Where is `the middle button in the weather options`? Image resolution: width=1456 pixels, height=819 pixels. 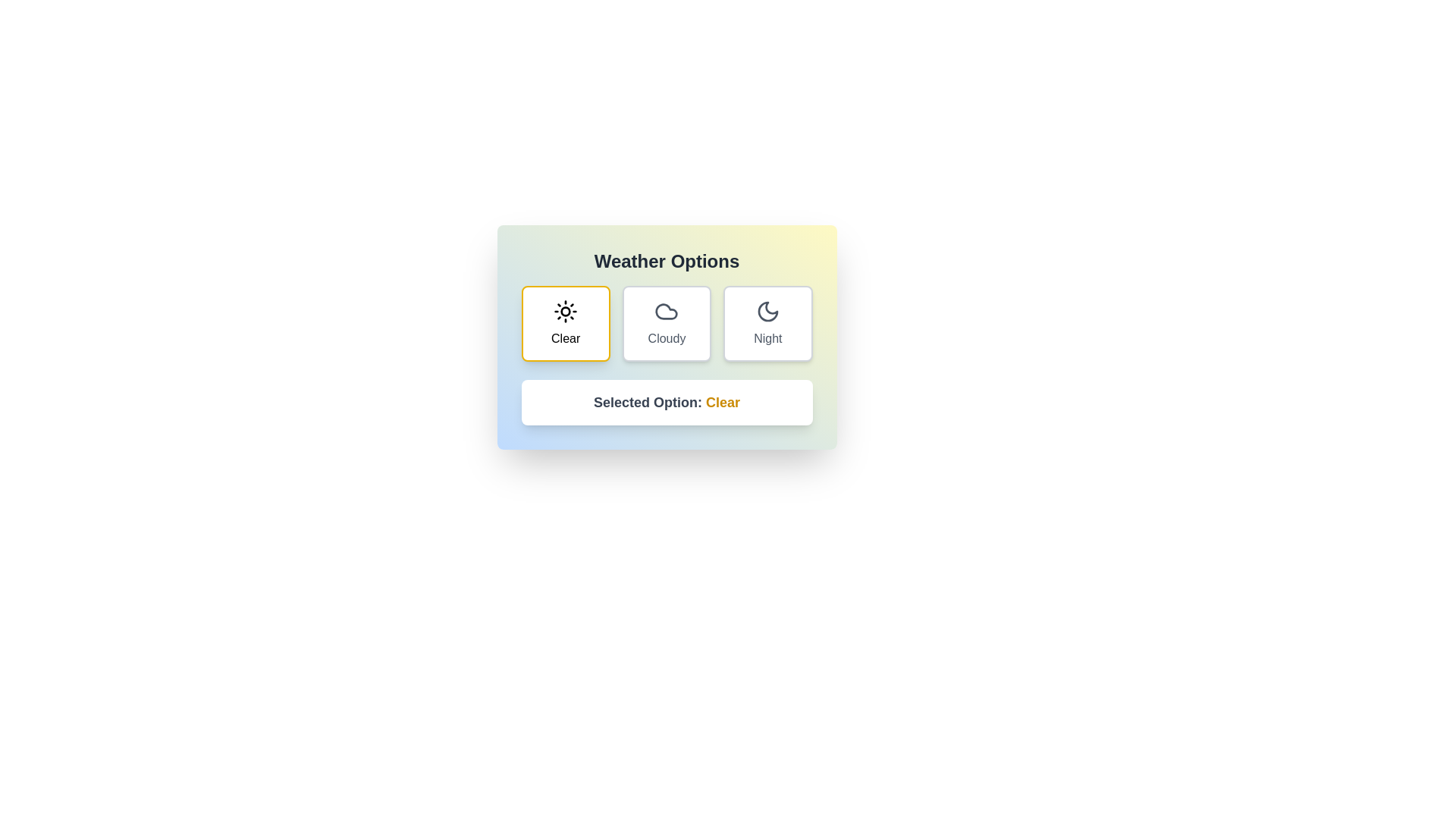 the middle button in the weather options is located at coordinates (667, 323).